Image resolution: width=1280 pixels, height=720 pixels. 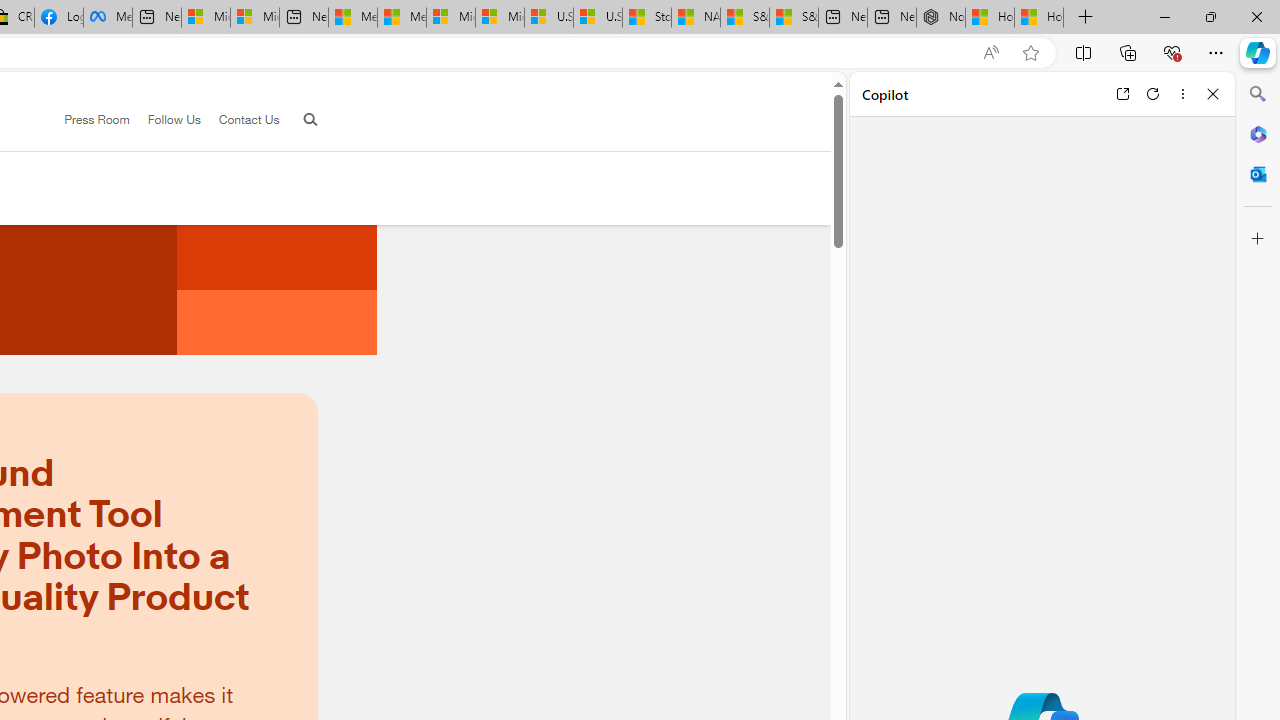 I want to click on 'Meta Store', so click(x=107, y=17).